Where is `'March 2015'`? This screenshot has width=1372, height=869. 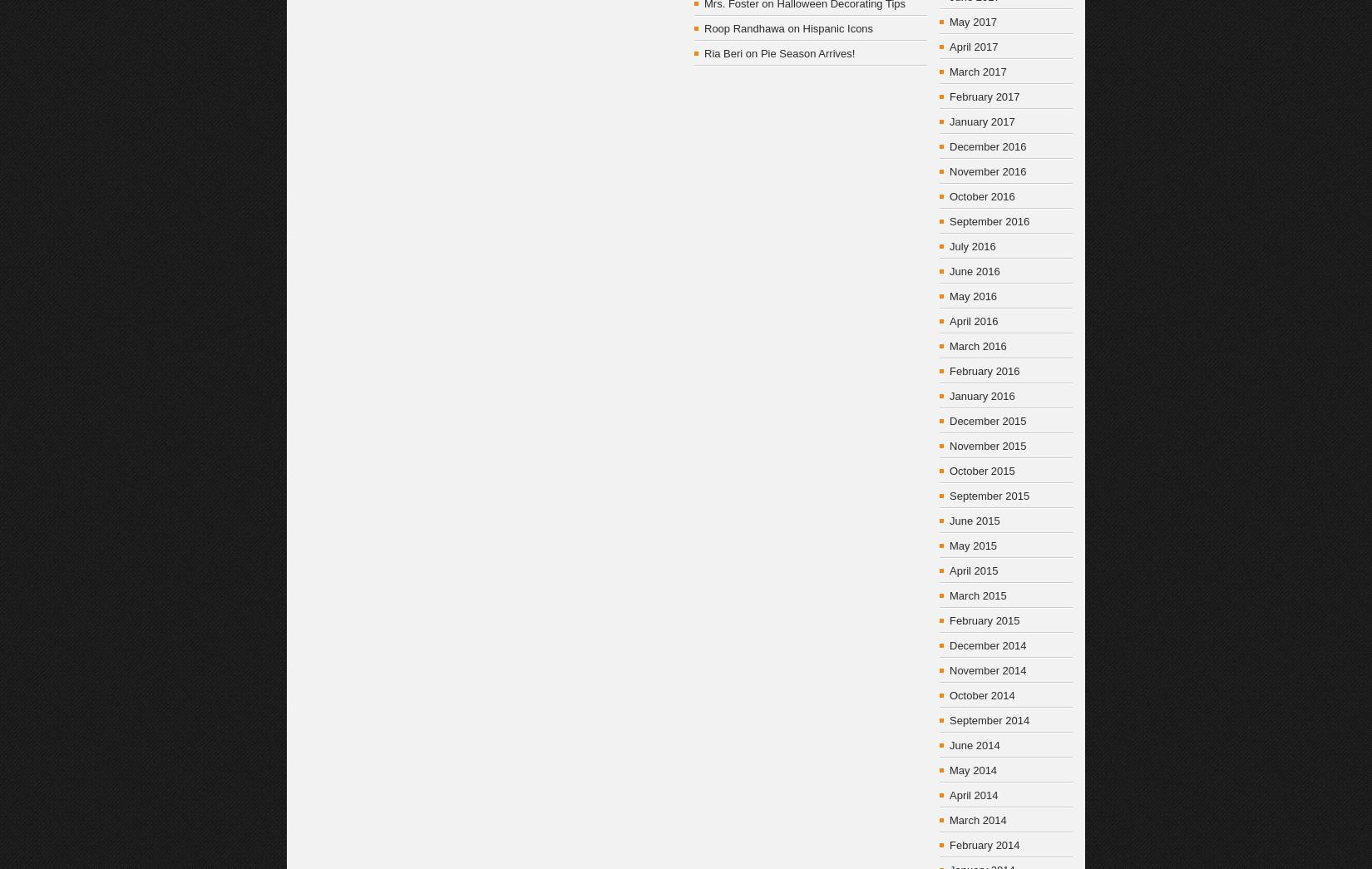
'March 2015' is located at coordinates (977, 595).